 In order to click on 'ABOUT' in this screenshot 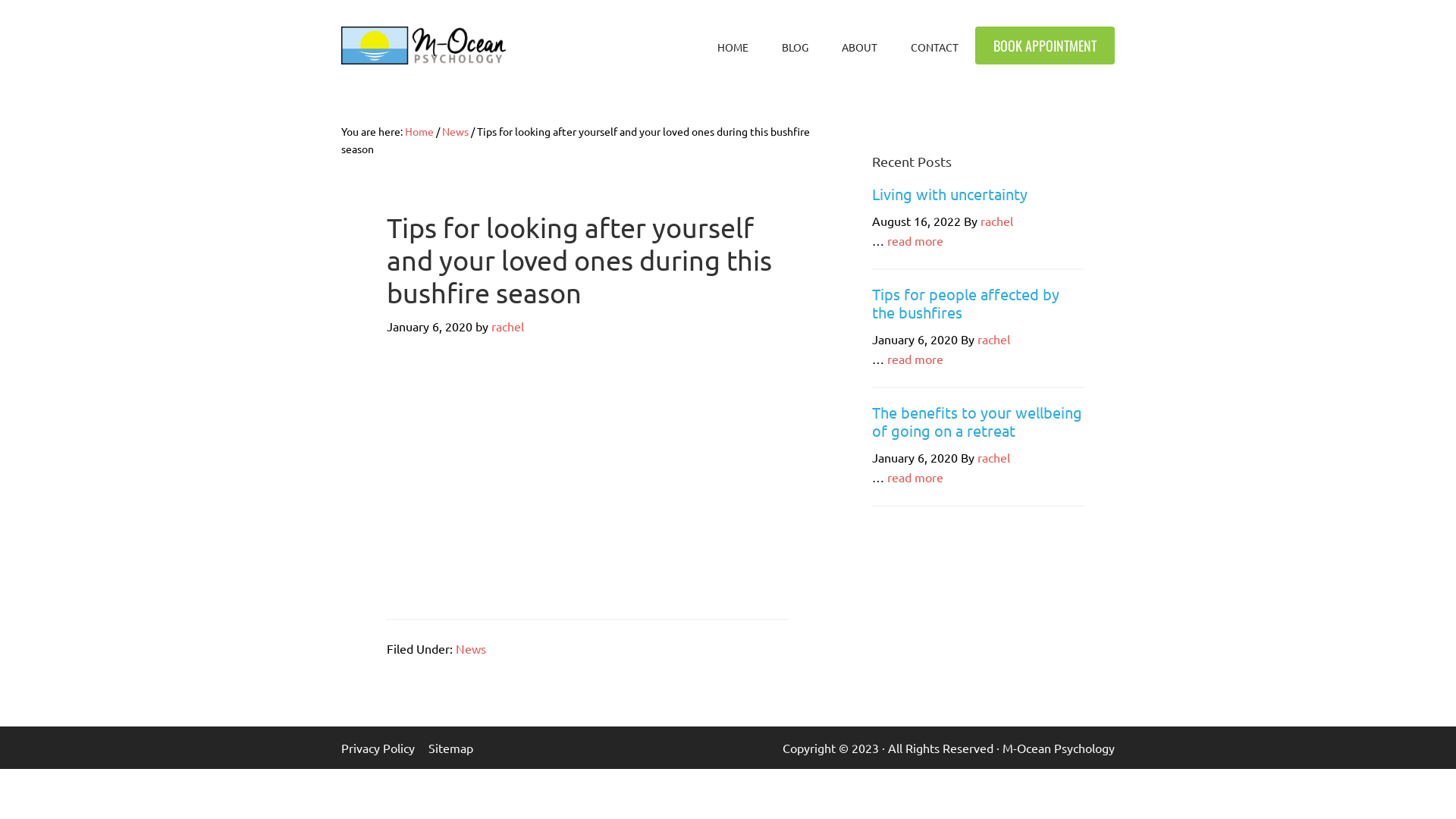, I will do `click(859, 45)`.